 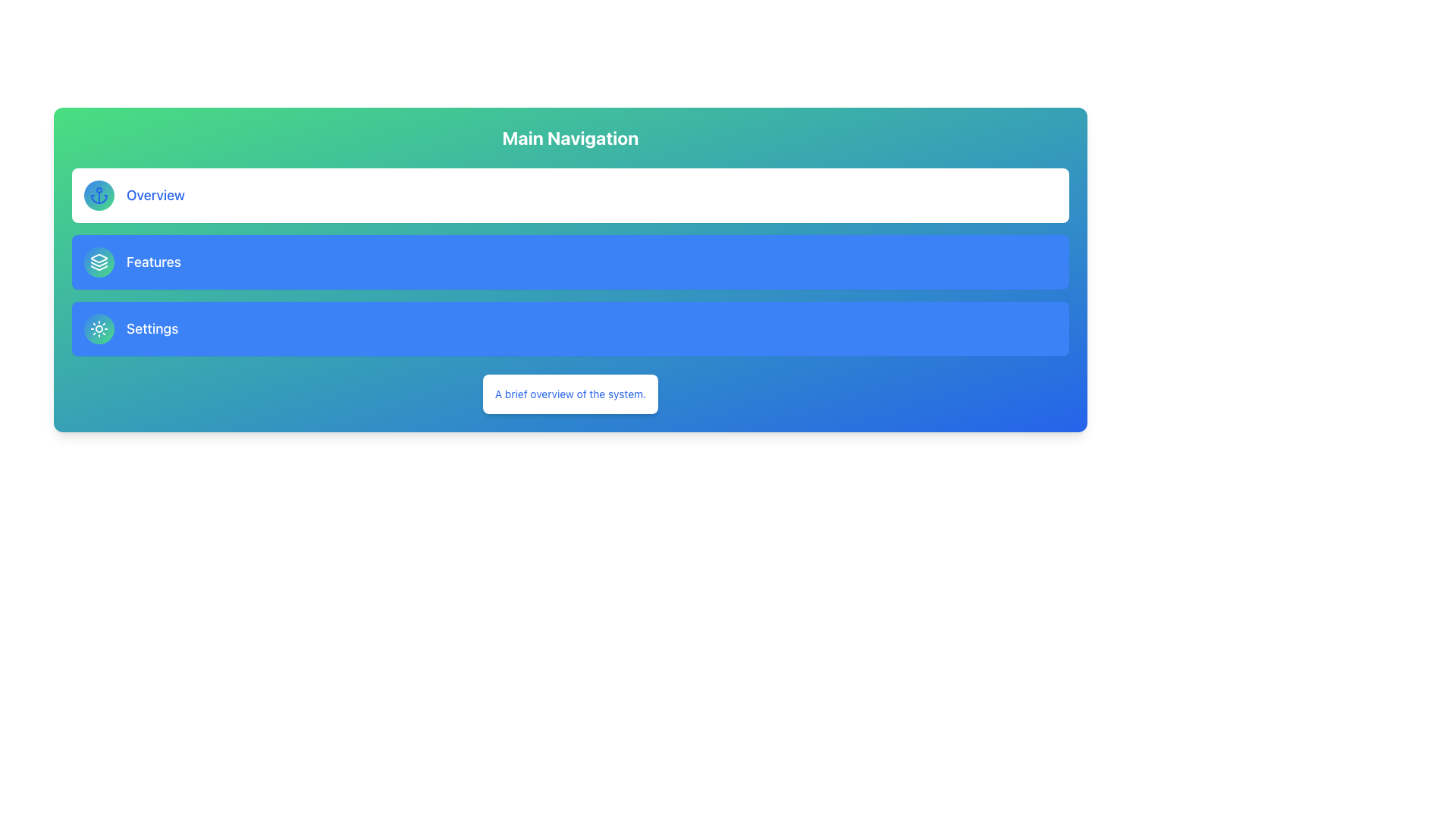 I want to click on the anchor icon representing the 'Overview' section, which is located in the topmost section of the interface, aligned to the left of the text 'Overview', so click(x=98, y=198).